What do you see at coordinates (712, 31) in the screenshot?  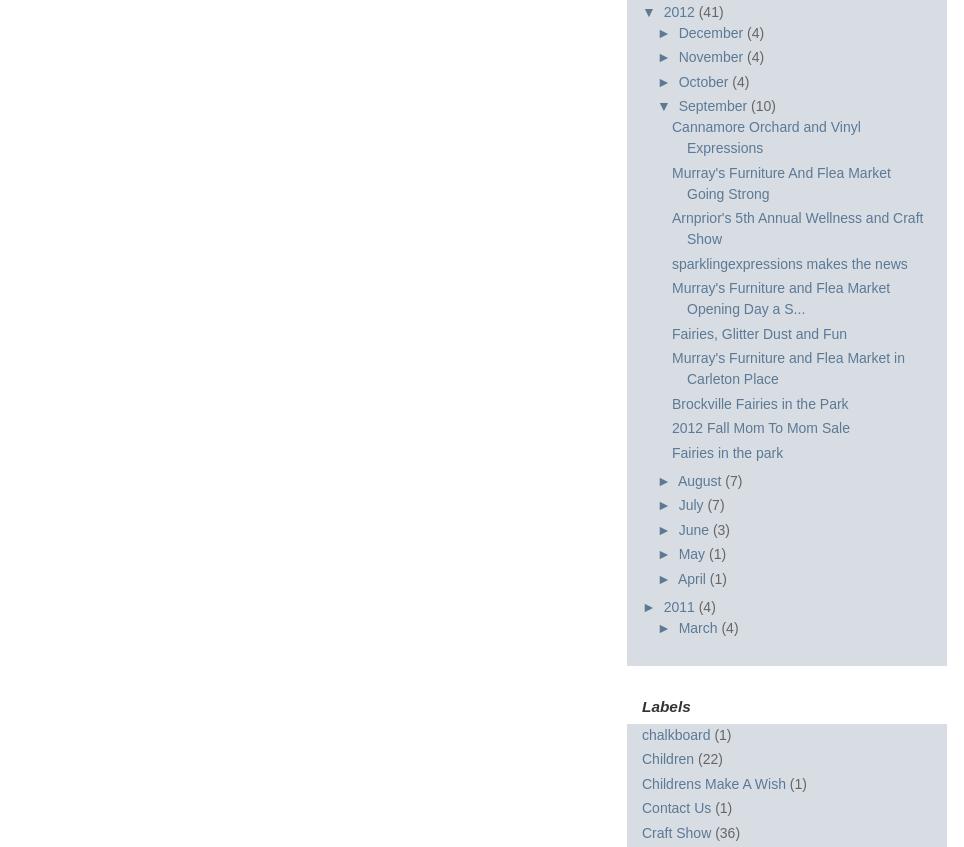 I see `'December'` at bounding box center [712, 31].